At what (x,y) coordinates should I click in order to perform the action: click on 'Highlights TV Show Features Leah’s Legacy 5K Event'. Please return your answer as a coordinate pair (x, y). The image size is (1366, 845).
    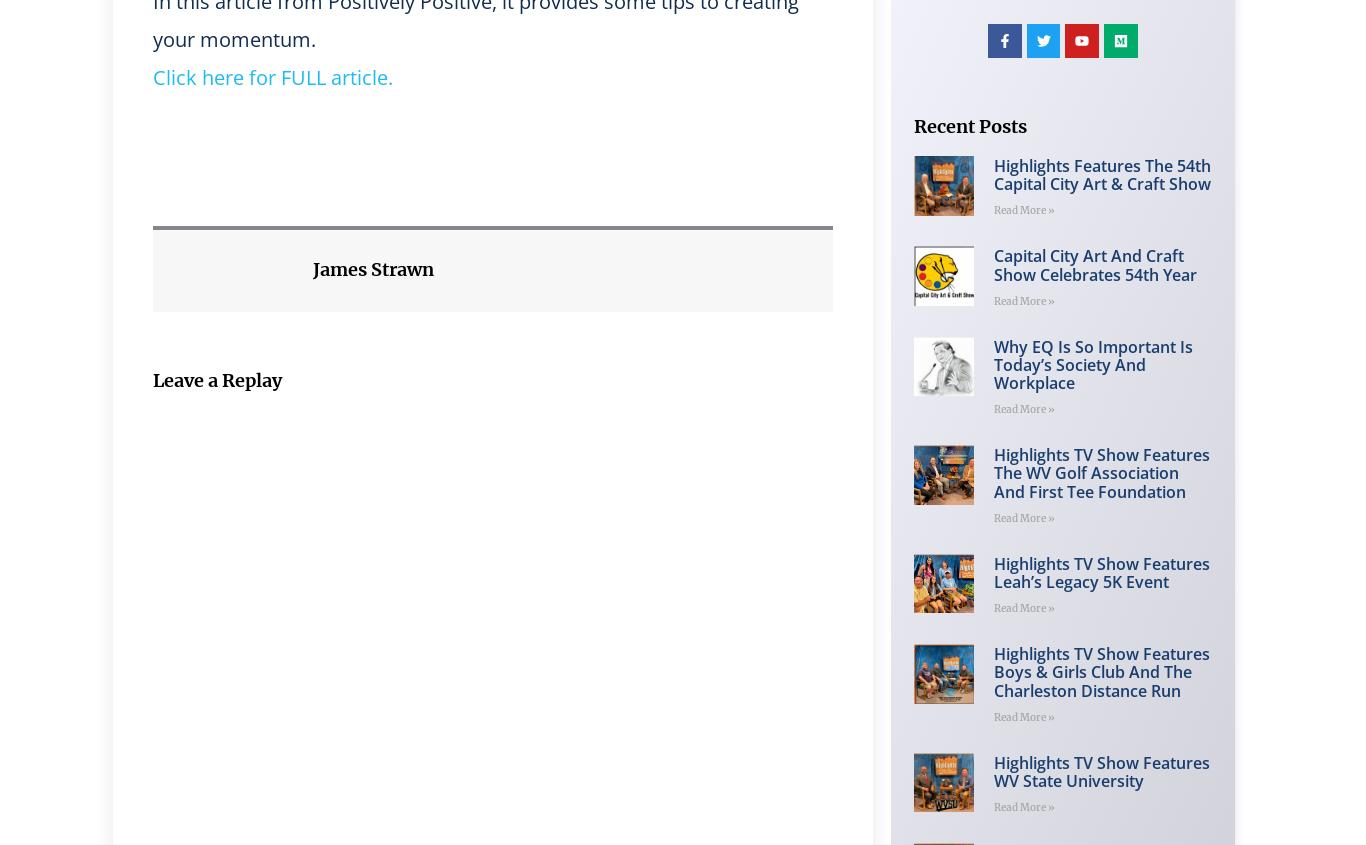
    Looking at the image, I should click on (1099, 571).